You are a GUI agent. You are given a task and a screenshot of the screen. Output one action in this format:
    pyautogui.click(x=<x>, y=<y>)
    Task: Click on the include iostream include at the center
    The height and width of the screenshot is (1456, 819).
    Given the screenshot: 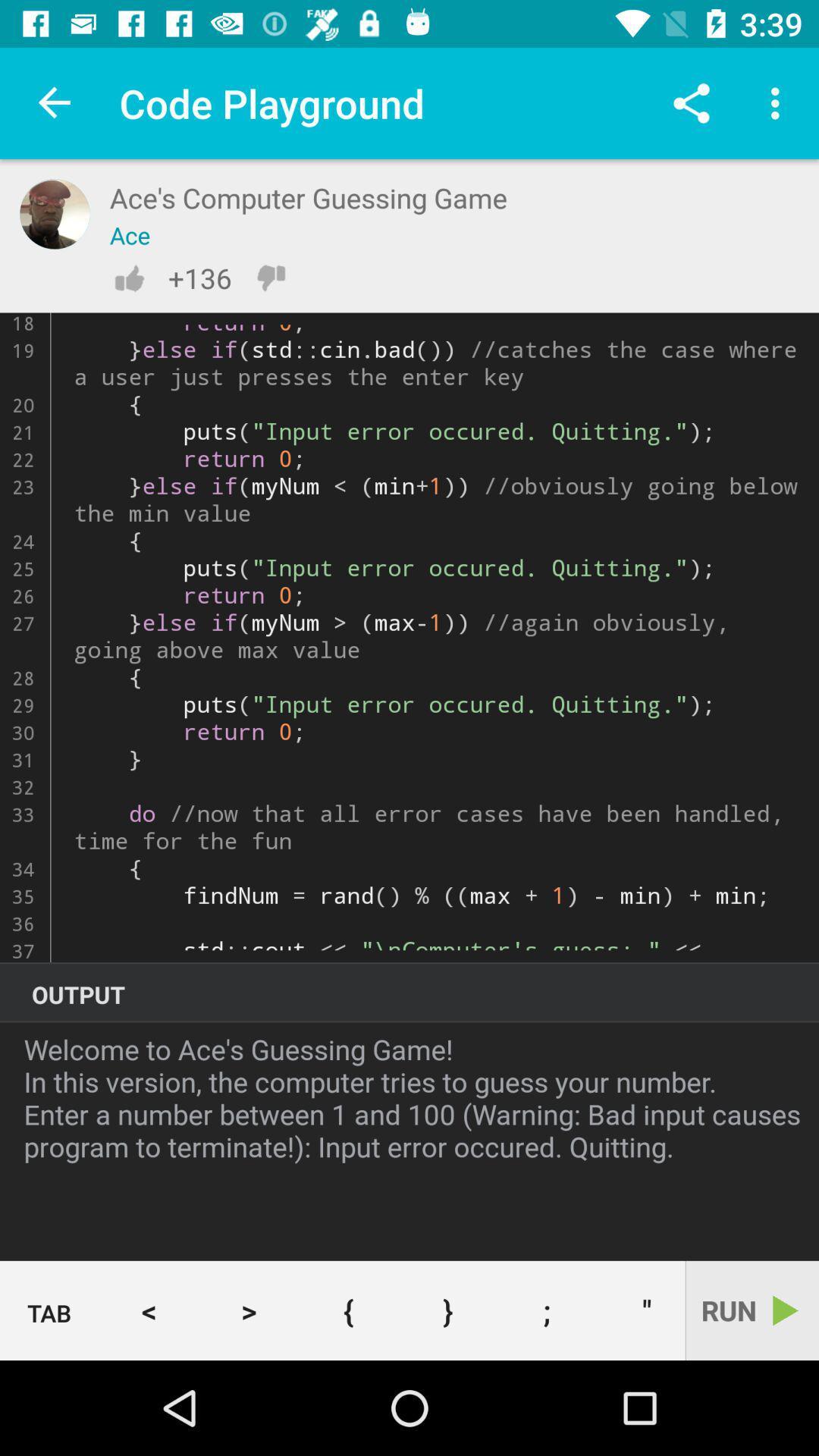 What is the action you would take?
    pyautogui.click(x=409, y=637)
    